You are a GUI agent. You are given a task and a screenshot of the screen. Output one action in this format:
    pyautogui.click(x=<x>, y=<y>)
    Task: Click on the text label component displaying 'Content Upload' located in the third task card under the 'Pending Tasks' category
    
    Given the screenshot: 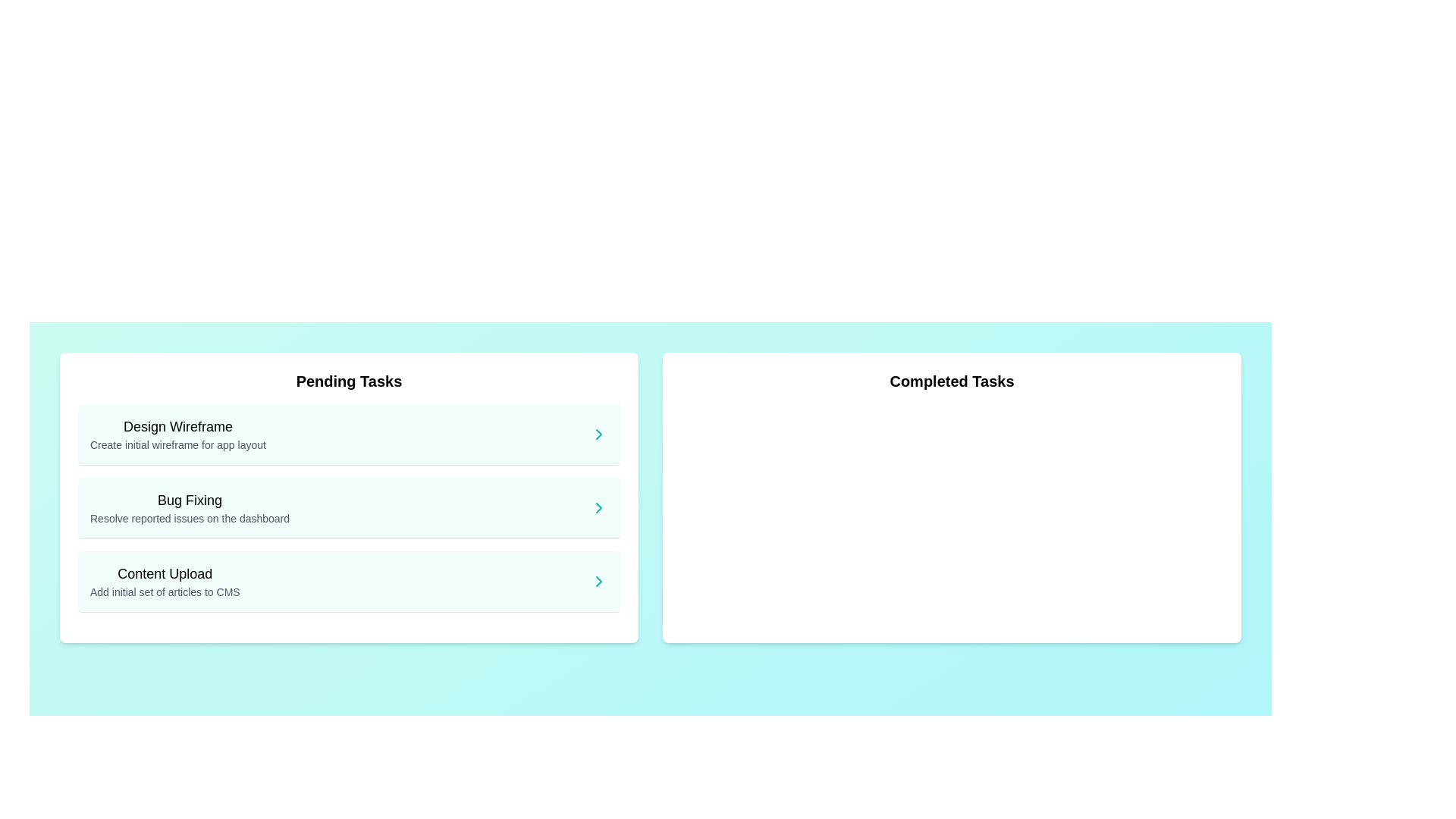 What is the action you would take?
    pyautogui.click(x=165, y=573)
    